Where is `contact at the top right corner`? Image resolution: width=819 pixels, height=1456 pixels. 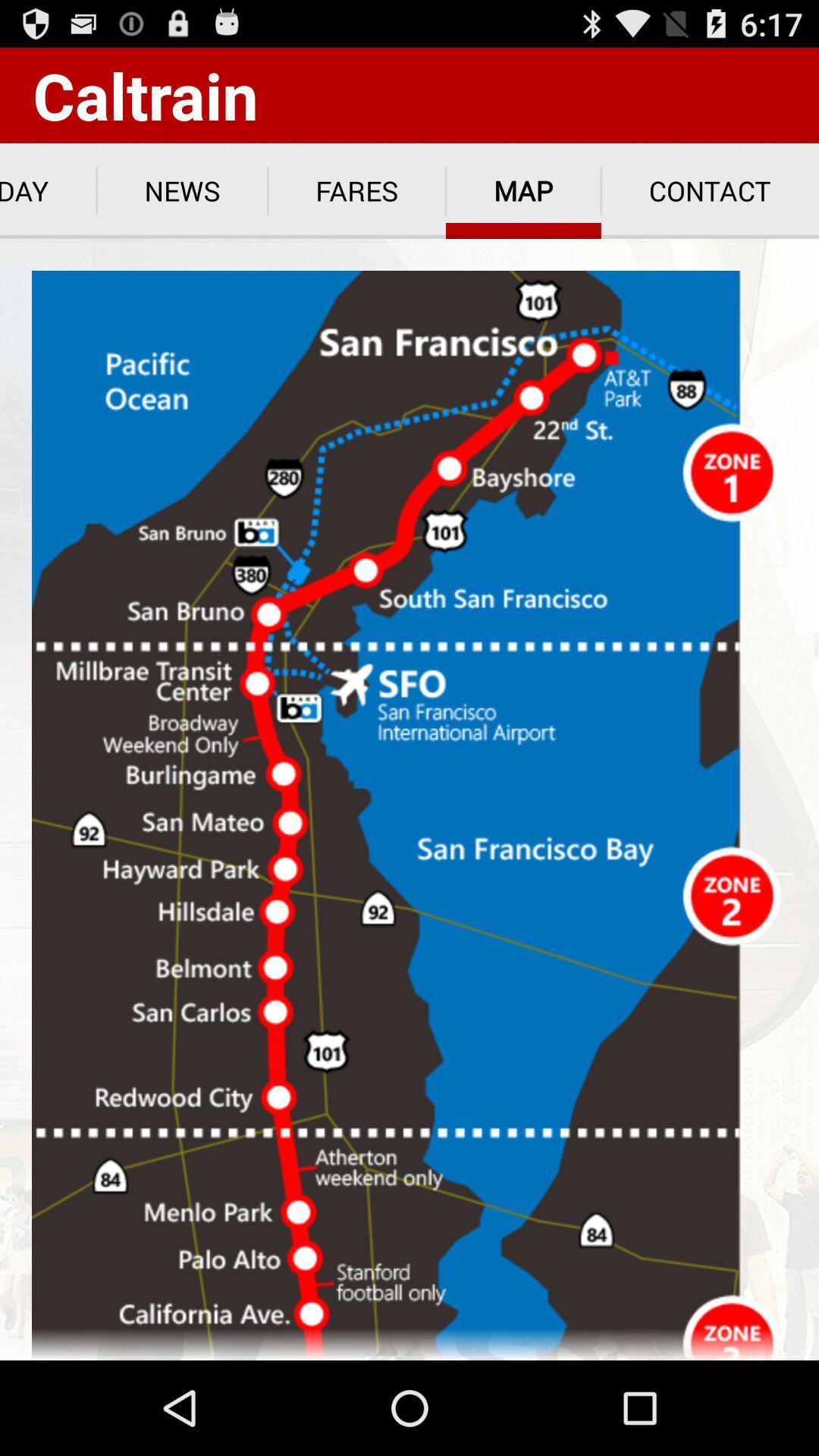
contact at the top right corner is located at coordinates (710, 190).